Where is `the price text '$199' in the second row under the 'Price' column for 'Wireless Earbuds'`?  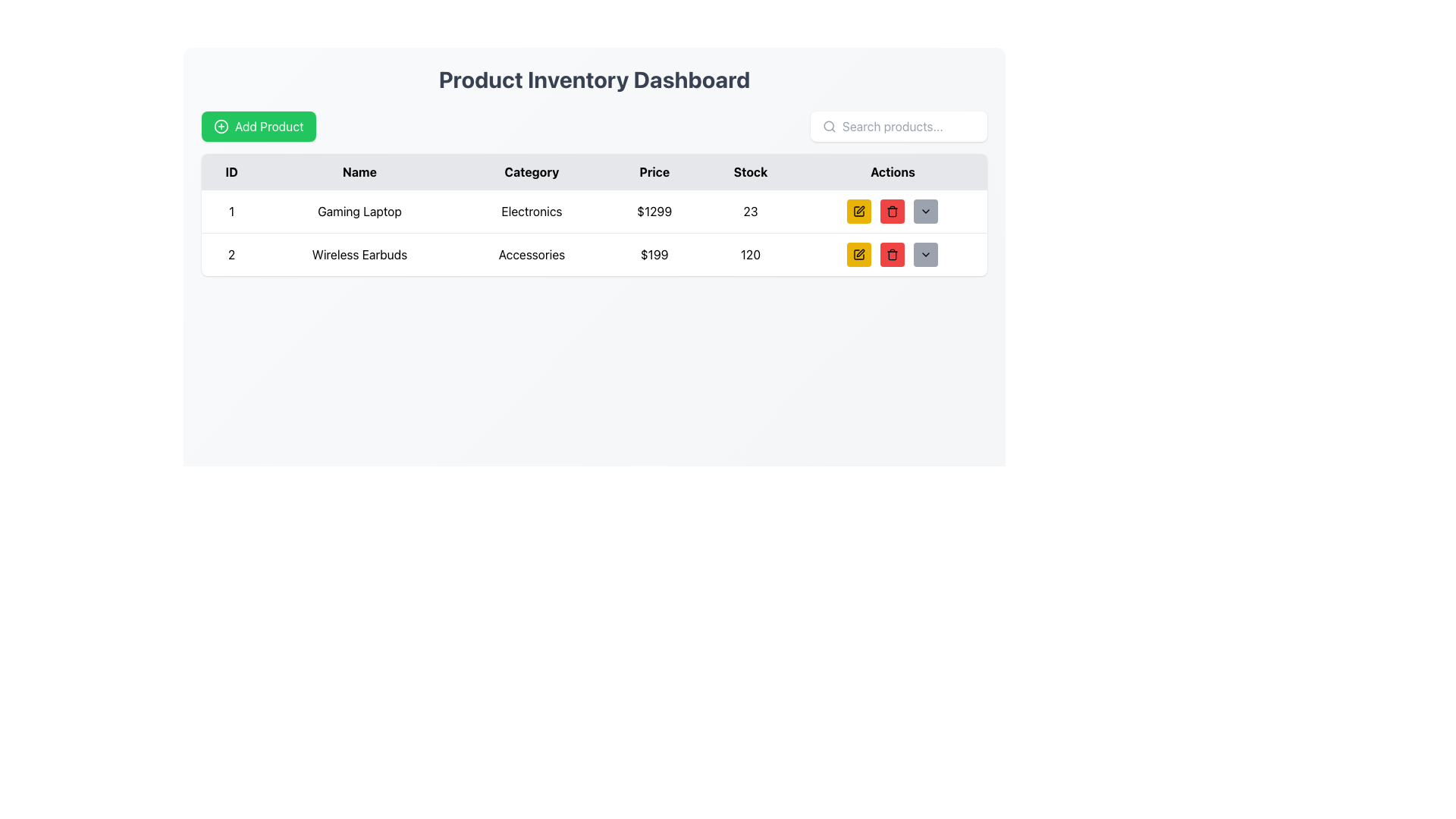 the price text '$199' in the second row under the 'Price' column for 'Wireless Earbuds' is located at coordinates (654, 253).